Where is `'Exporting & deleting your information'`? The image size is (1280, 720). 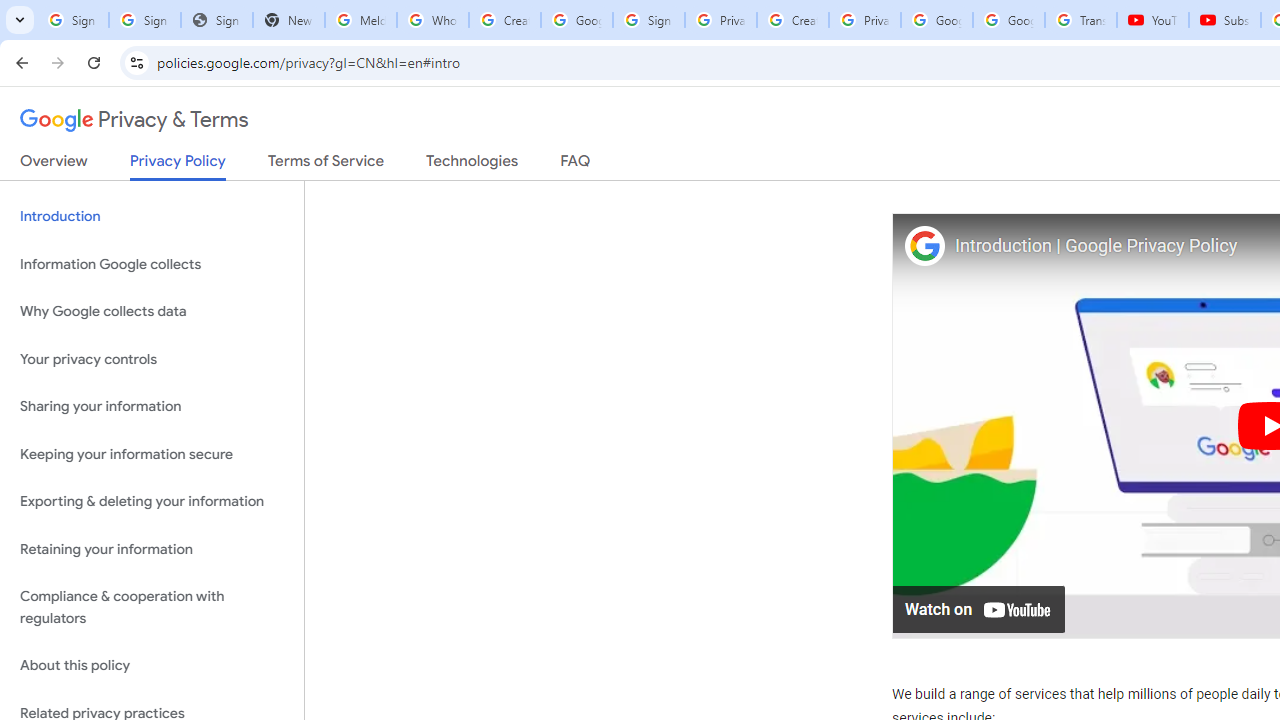
'Exporting & deleting your information' is located at coordinates (151, 501).